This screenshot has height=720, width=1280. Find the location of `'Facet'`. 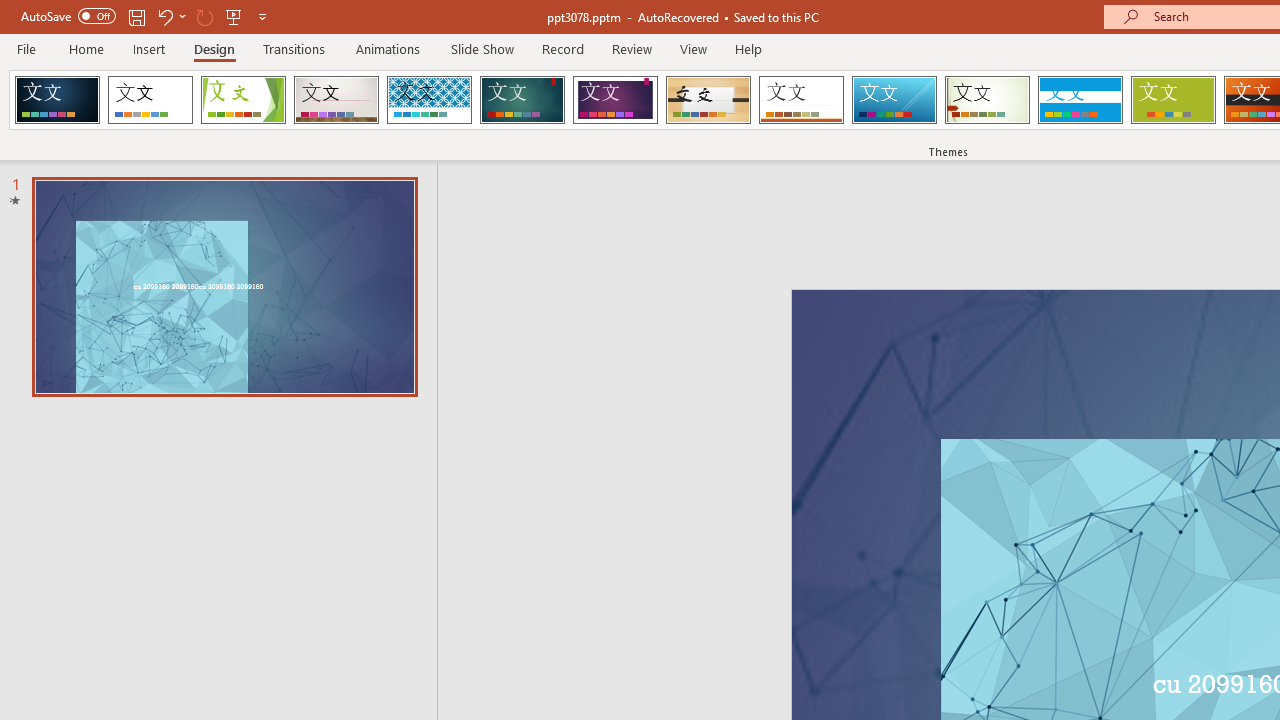

'Facet' is located at coordinates (242, 100).